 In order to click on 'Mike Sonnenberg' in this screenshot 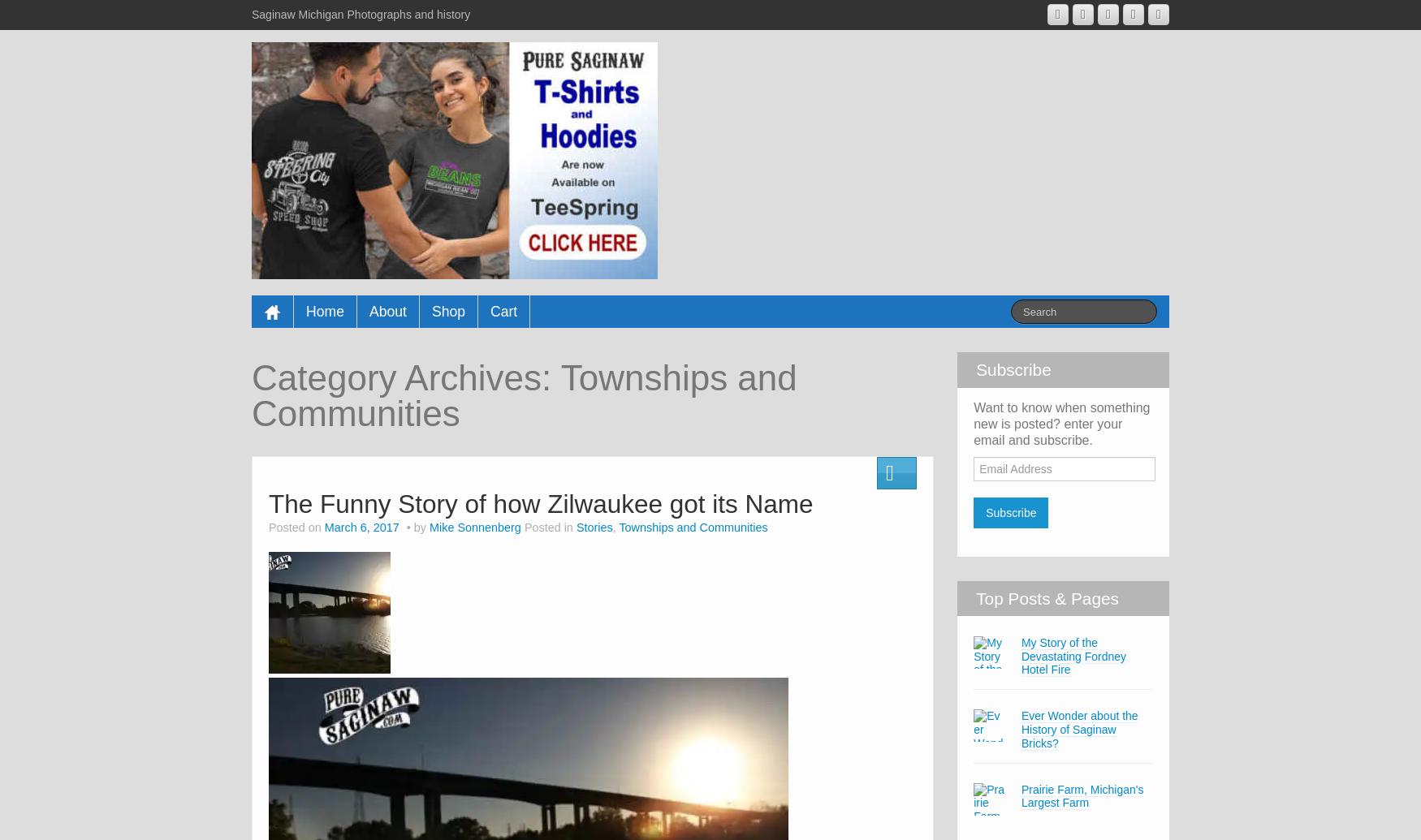, I will do `click(475, 526)`.